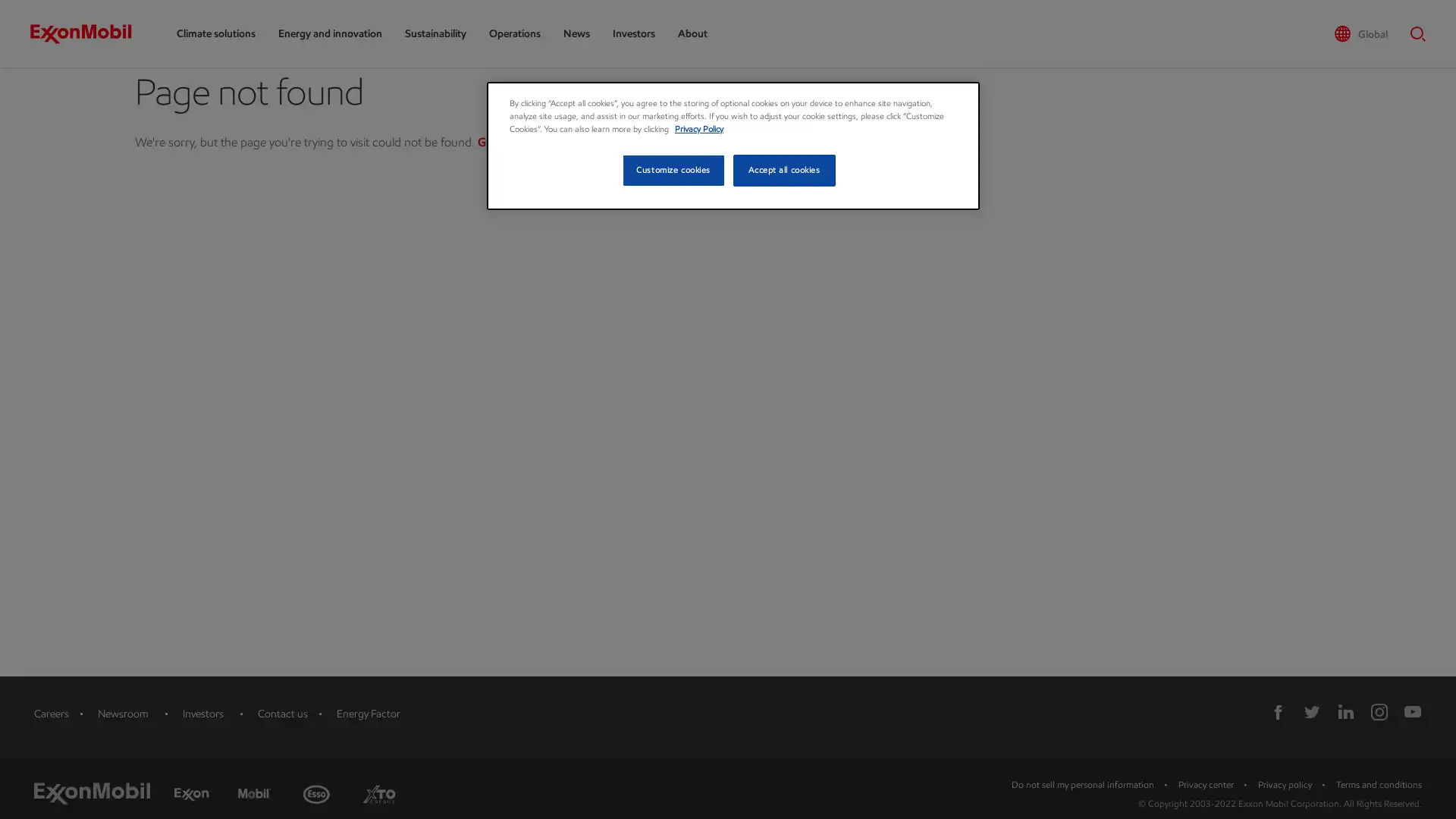 The height and width of the screenshot is (819, 1456). I want to click on Global Selector, so click(1360, 34).